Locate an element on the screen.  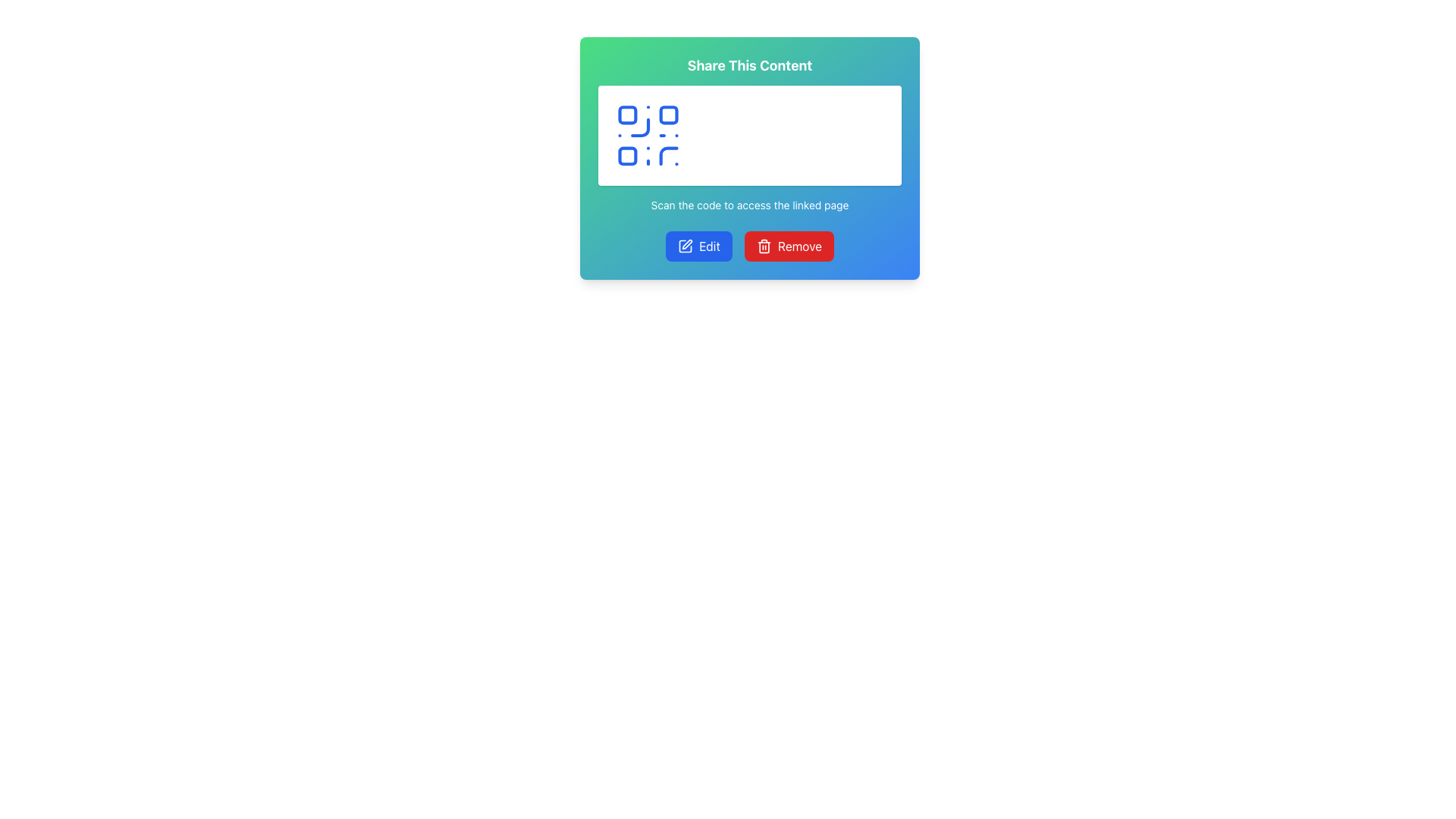
the 'Remove' button in the interactive buttons group is located at coordinates (749, 245).